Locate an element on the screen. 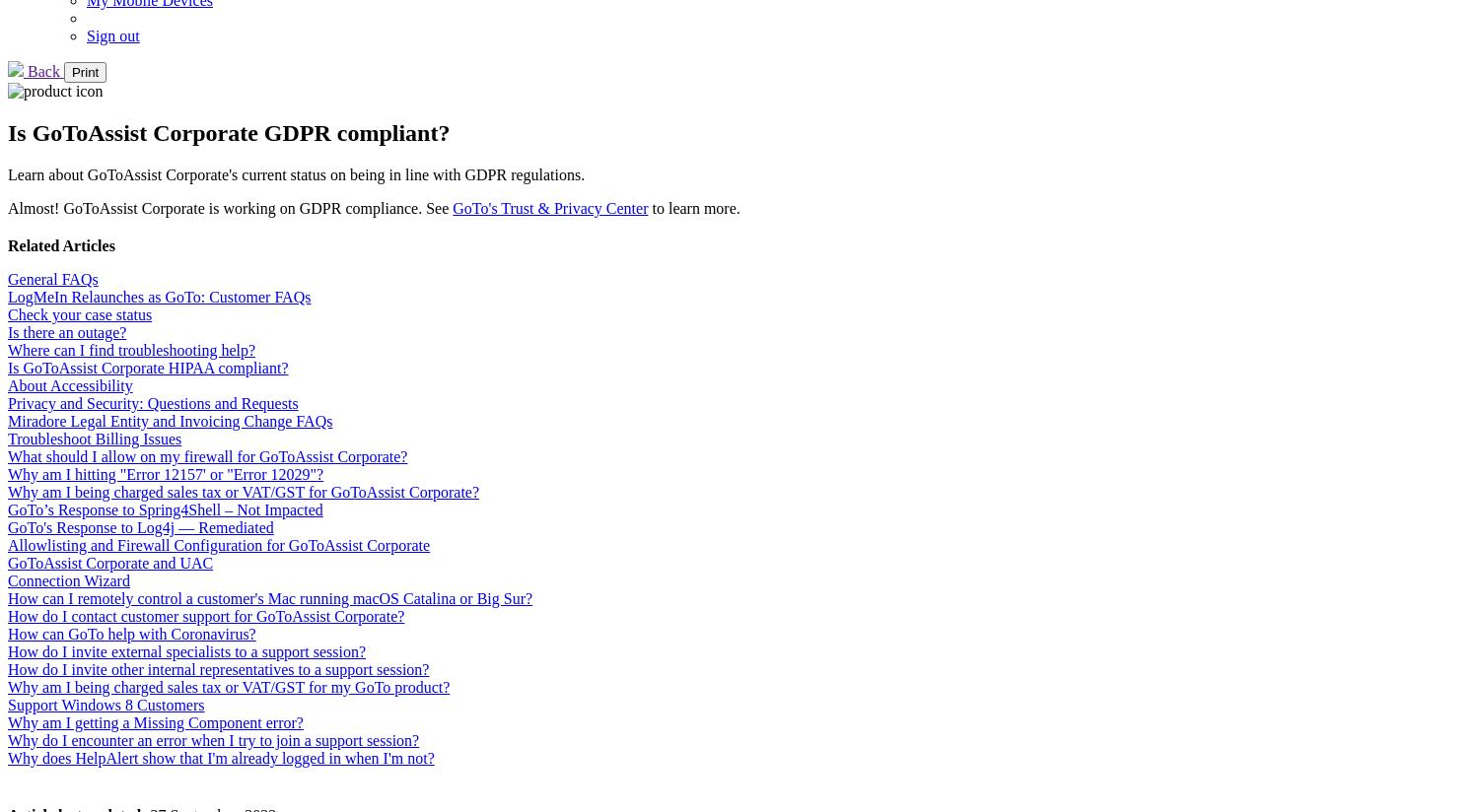  'Troubleshoot Billing Issues' is located at coordinates (94, 437).